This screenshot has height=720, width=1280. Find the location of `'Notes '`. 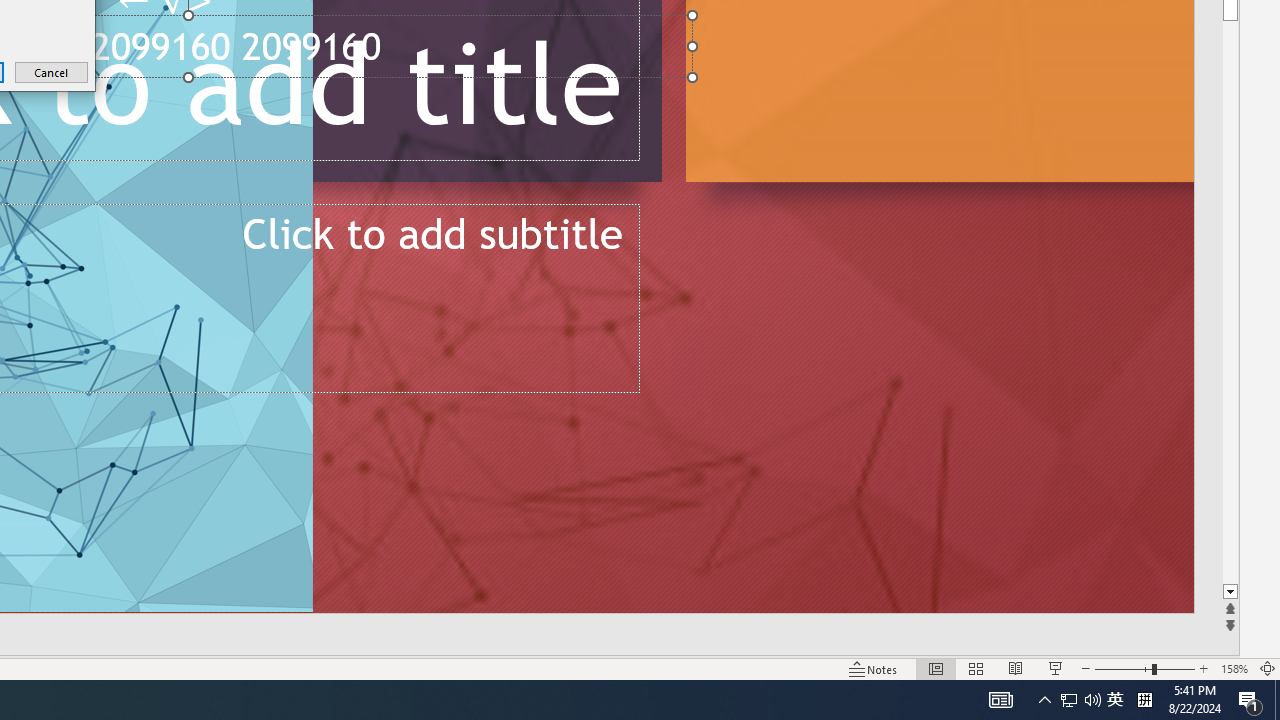

'Notes ' is located at coordinates (874, 669).